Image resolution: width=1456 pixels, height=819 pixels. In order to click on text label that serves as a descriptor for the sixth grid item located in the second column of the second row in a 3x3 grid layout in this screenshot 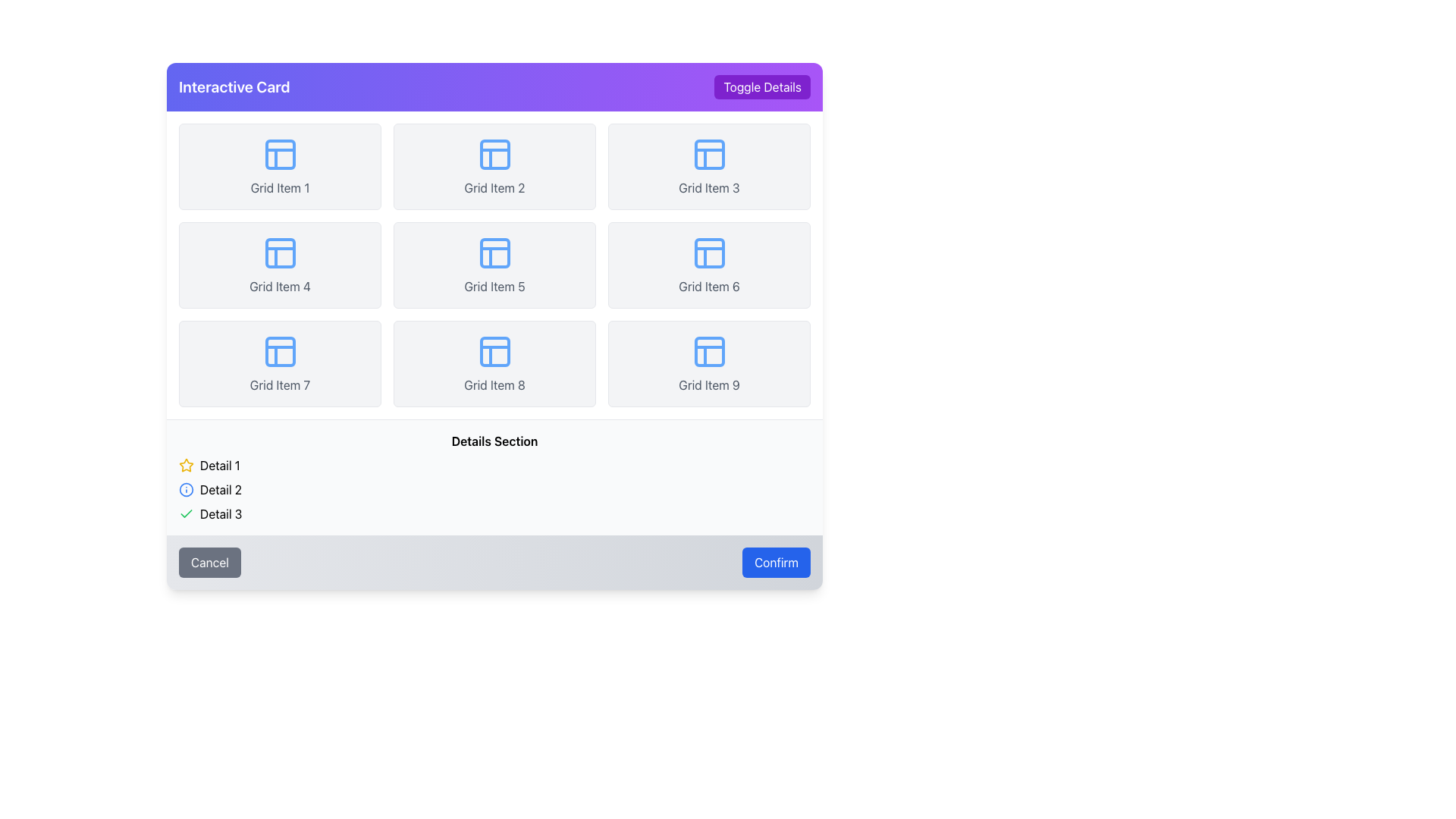, I will do `click(708, 287)`.